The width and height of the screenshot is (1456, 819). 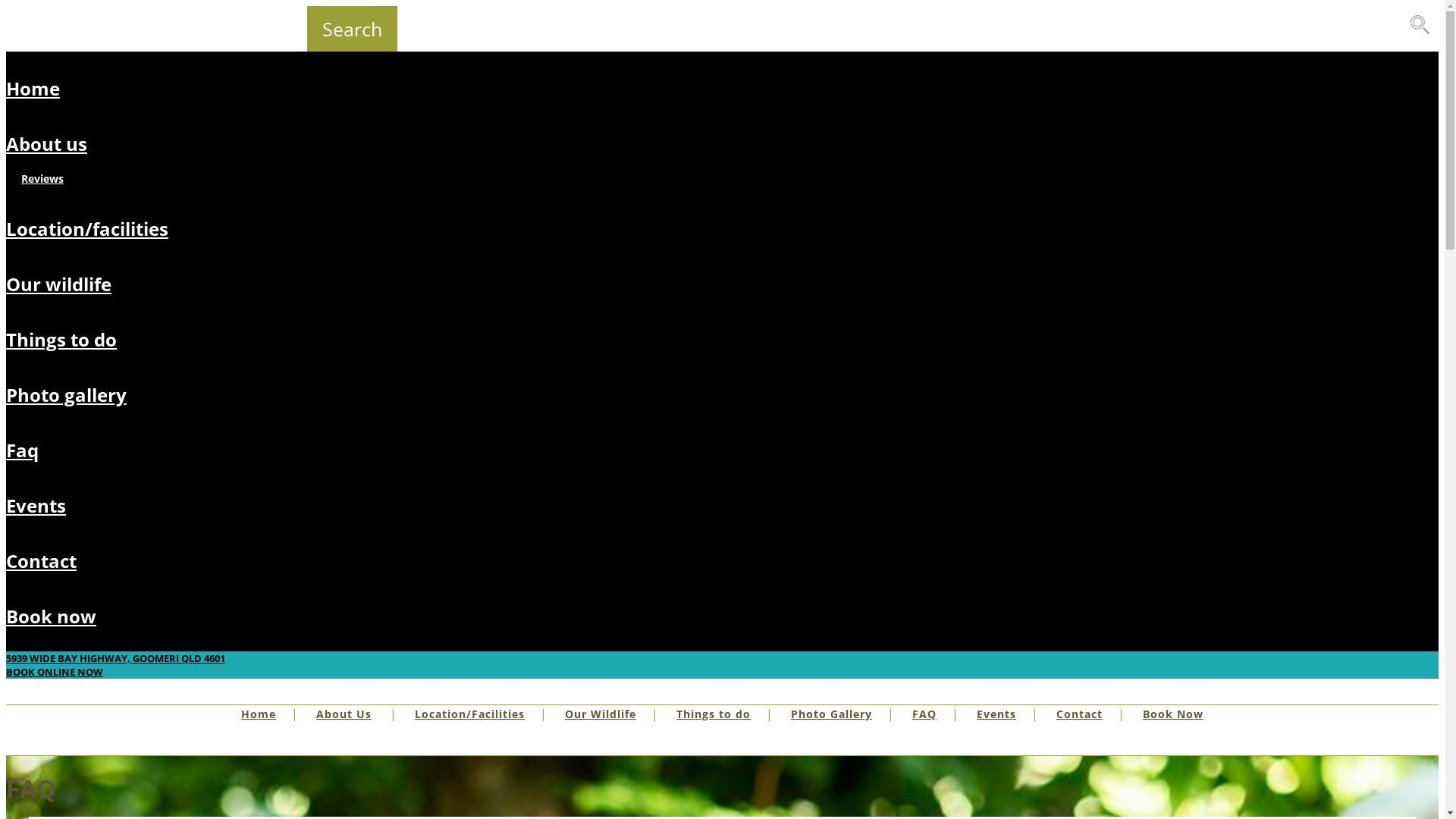 What do you see at coordinates (46, 143) in the screenshot?
I see `'about us'` at bounding box center [46, 143].